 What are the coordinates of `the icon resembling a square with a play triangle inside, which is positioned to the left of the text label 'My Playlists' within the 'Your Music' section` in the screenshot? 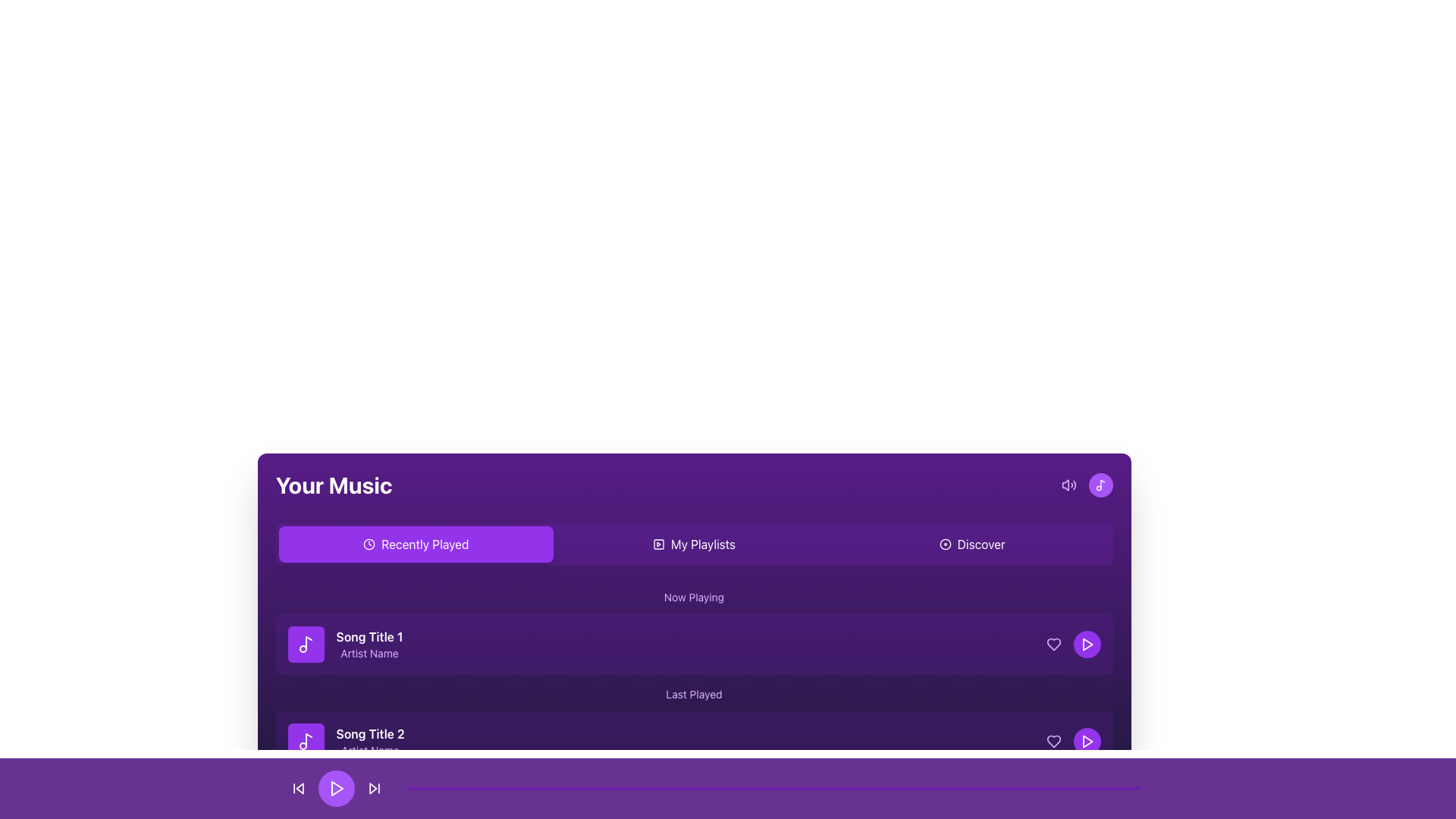 It's located at (658, 543).